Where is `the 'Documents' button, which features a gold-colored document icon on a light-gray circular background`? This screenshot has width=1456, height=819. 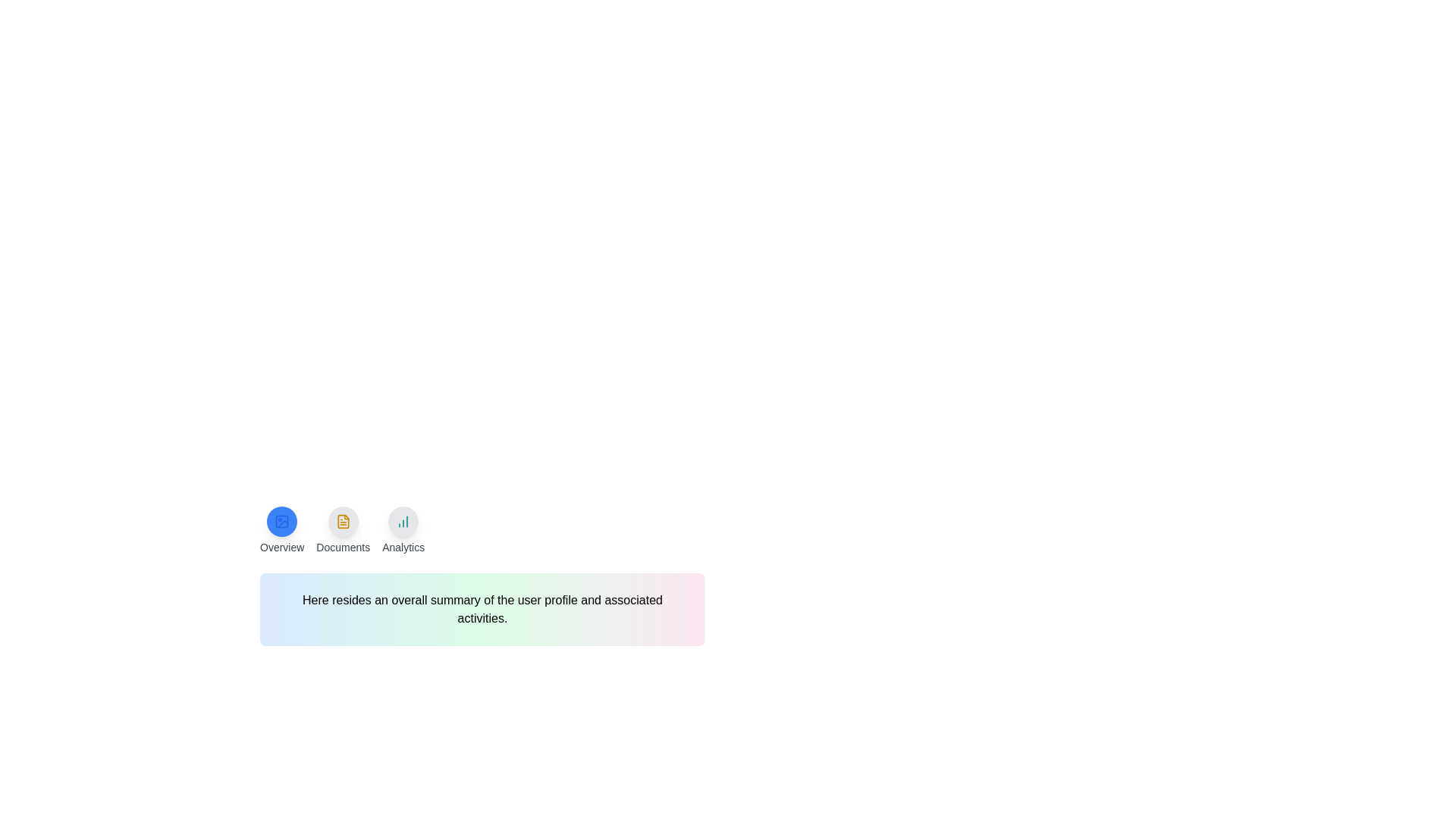
the 'Documents' button, which features a gold-colored document icon on a light-gray circular background is located at coordinates (342, 529).